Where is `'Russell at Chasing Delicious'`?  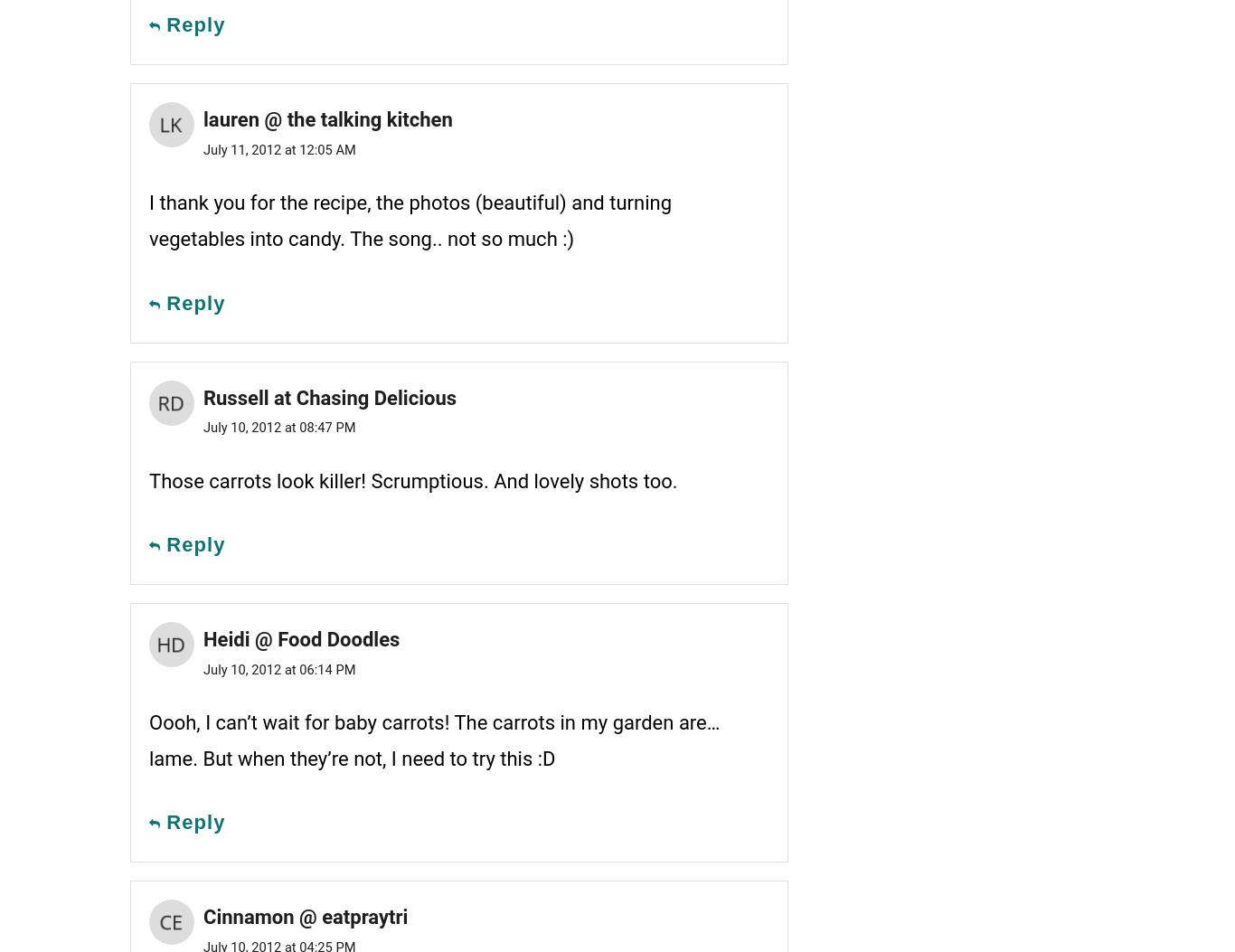 'Russell at Chasing Delicious' is located at coordinates (328, 396).